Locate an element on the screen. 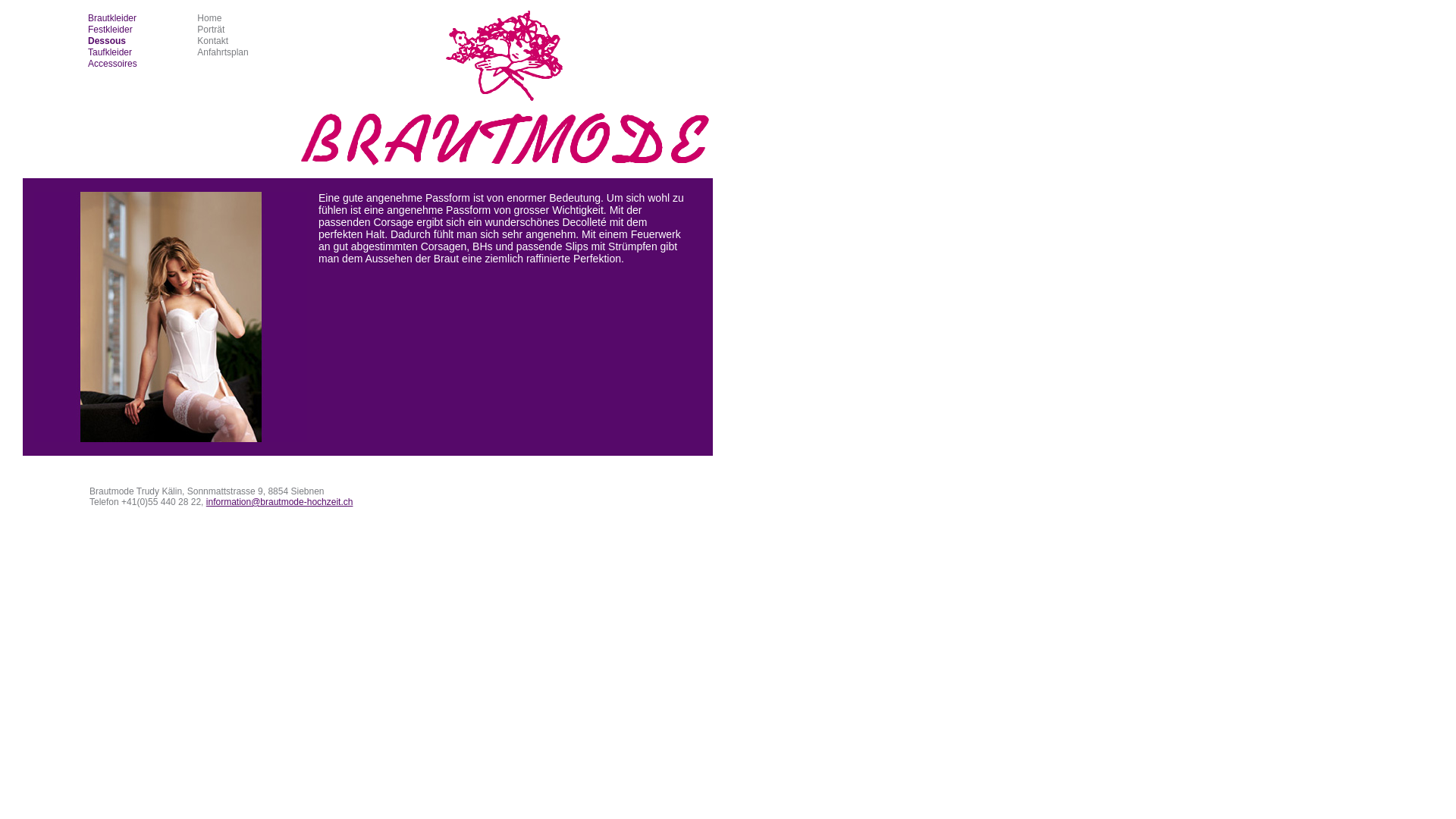 The image size is (1456, 819). 'Accessoires' is located at coordinates (111, 63).